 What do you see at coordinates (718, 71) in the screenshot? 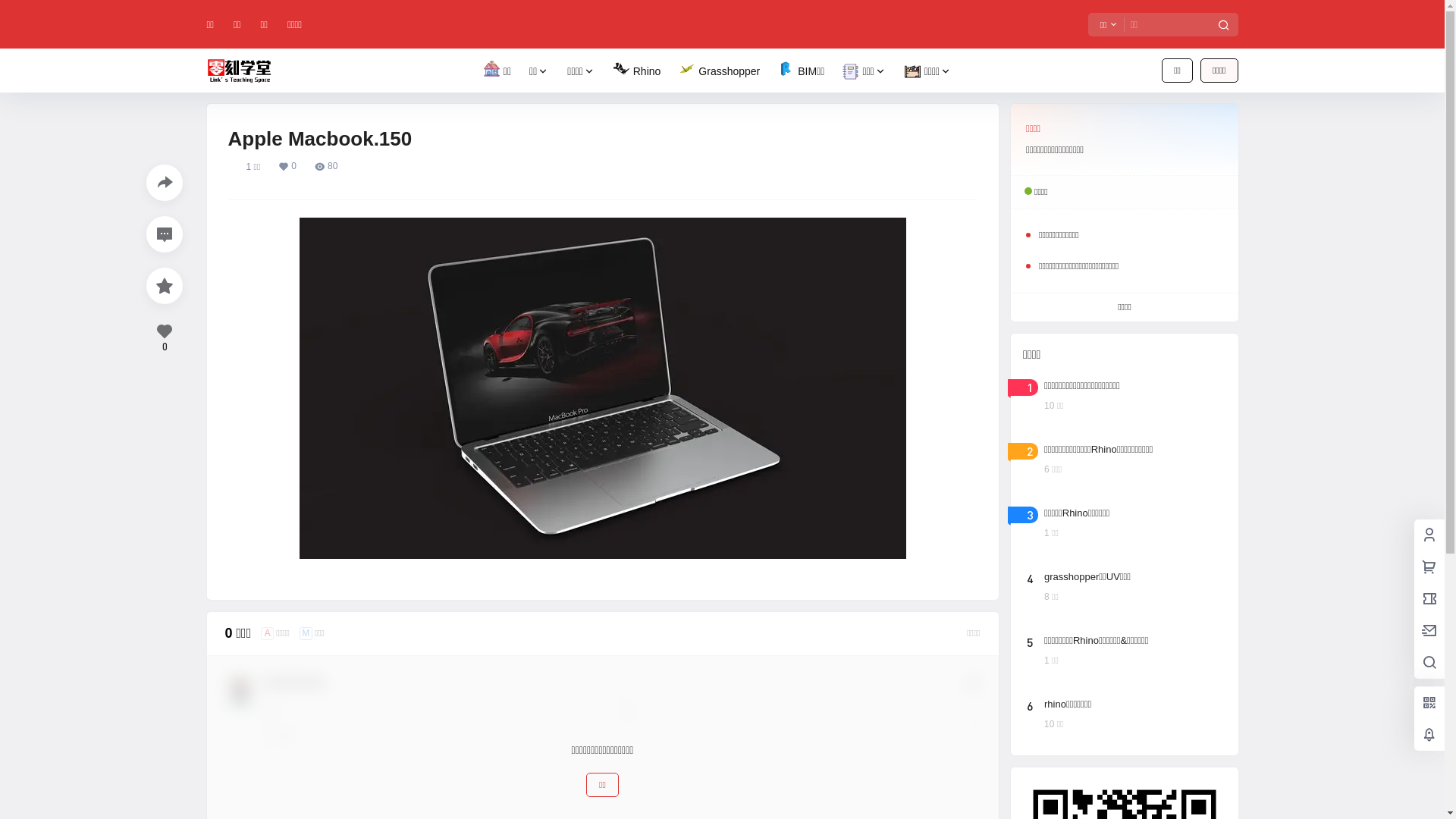
I see `'Grasshopper'` at bounding box center [718, 71].